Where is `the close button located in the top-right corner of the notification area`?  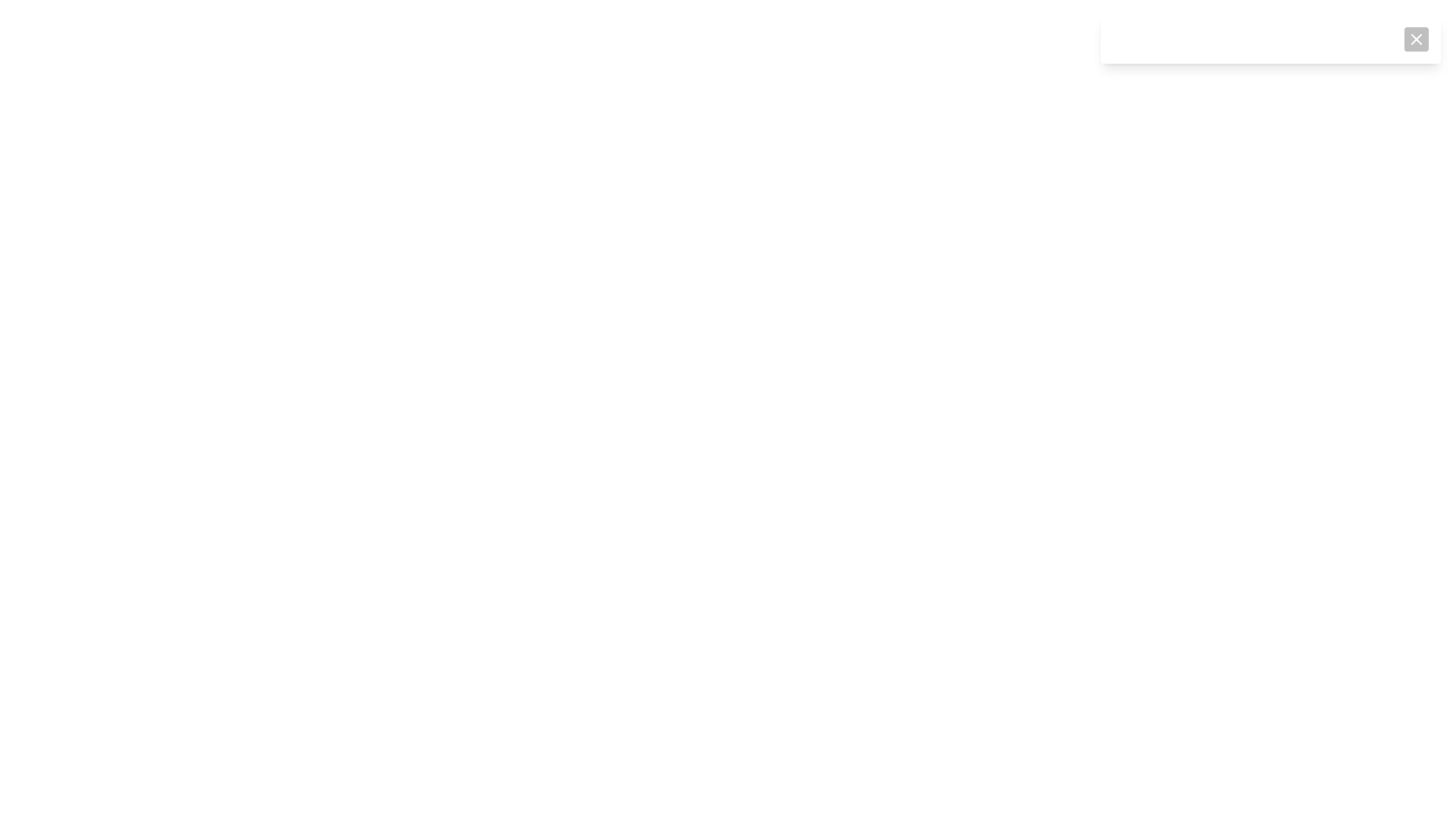 the close button located in the top-right corner of the notification area is located at coordinates (1415, 38).